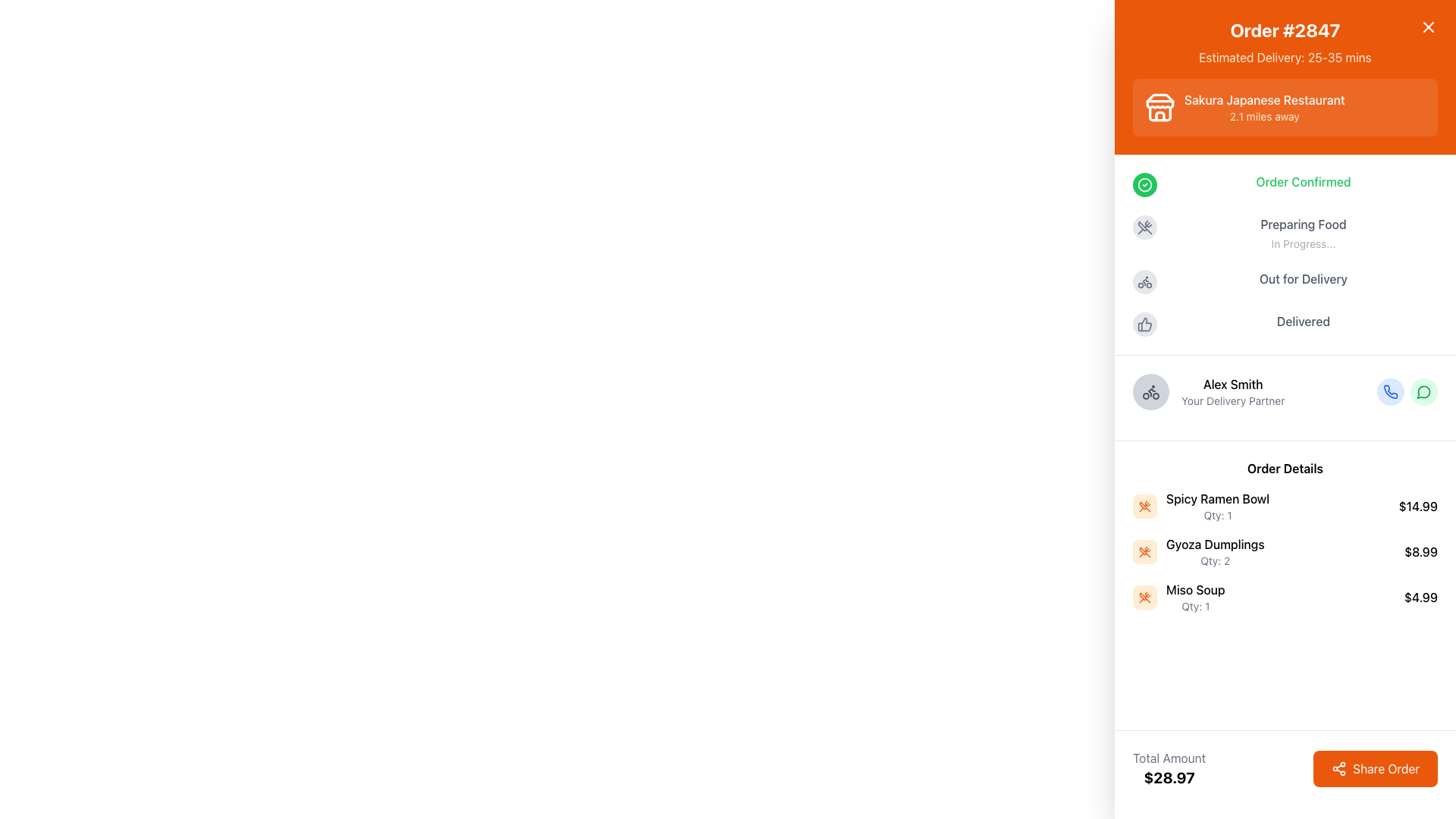  Describe the element at coordinates (1145, 227) in the screenshot. I see `the gray outlined icon depicting crossed utensils (fork and spoon) located in the middle of the right sidebar, adjacent to a textual status indicator` at that location.